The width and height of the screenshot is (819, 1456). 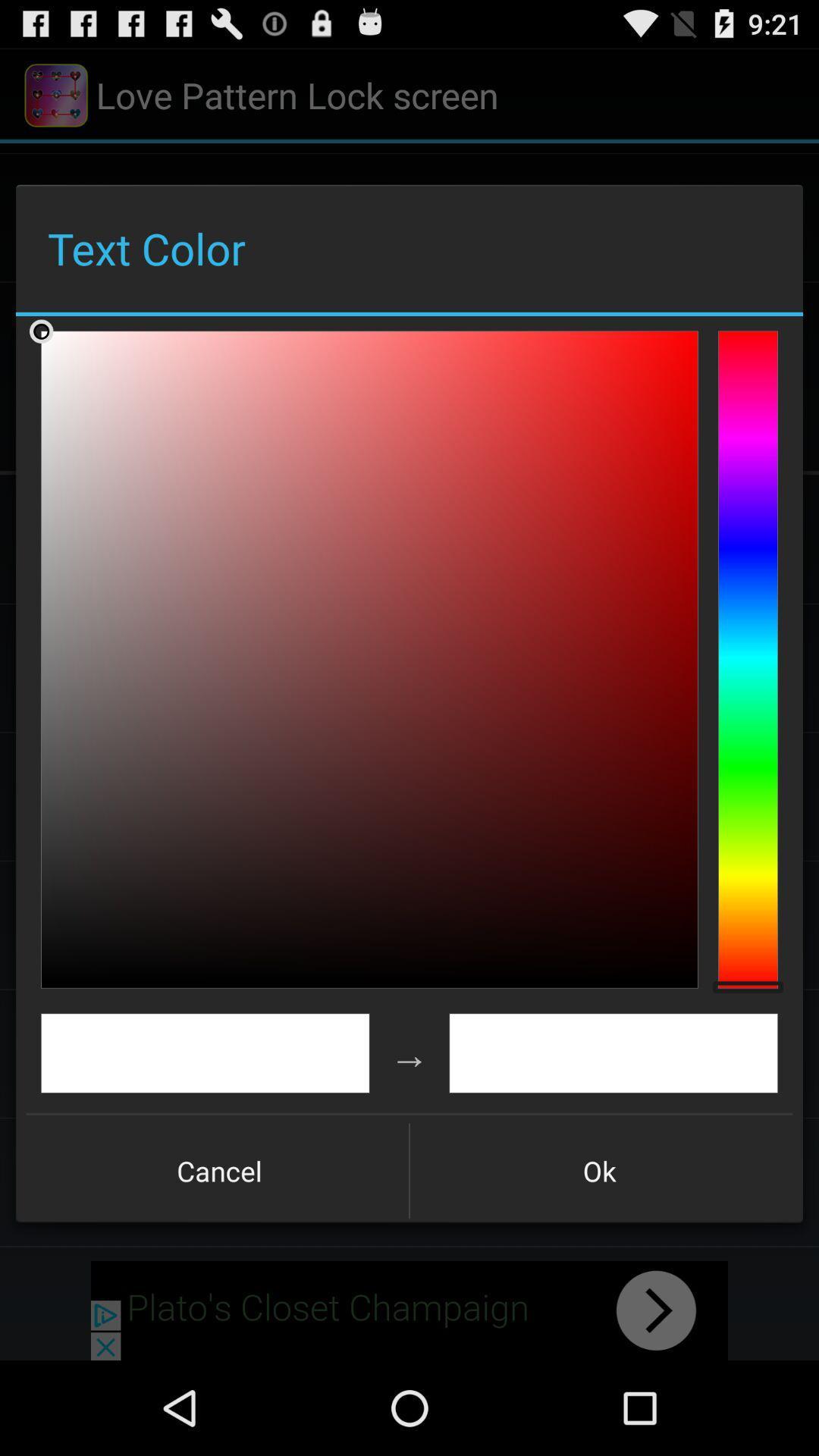 What do you see at coordinates (219, 1170) in the screenshot?
I see `item to the left of the ok item` at bounding box center [219, 1170].